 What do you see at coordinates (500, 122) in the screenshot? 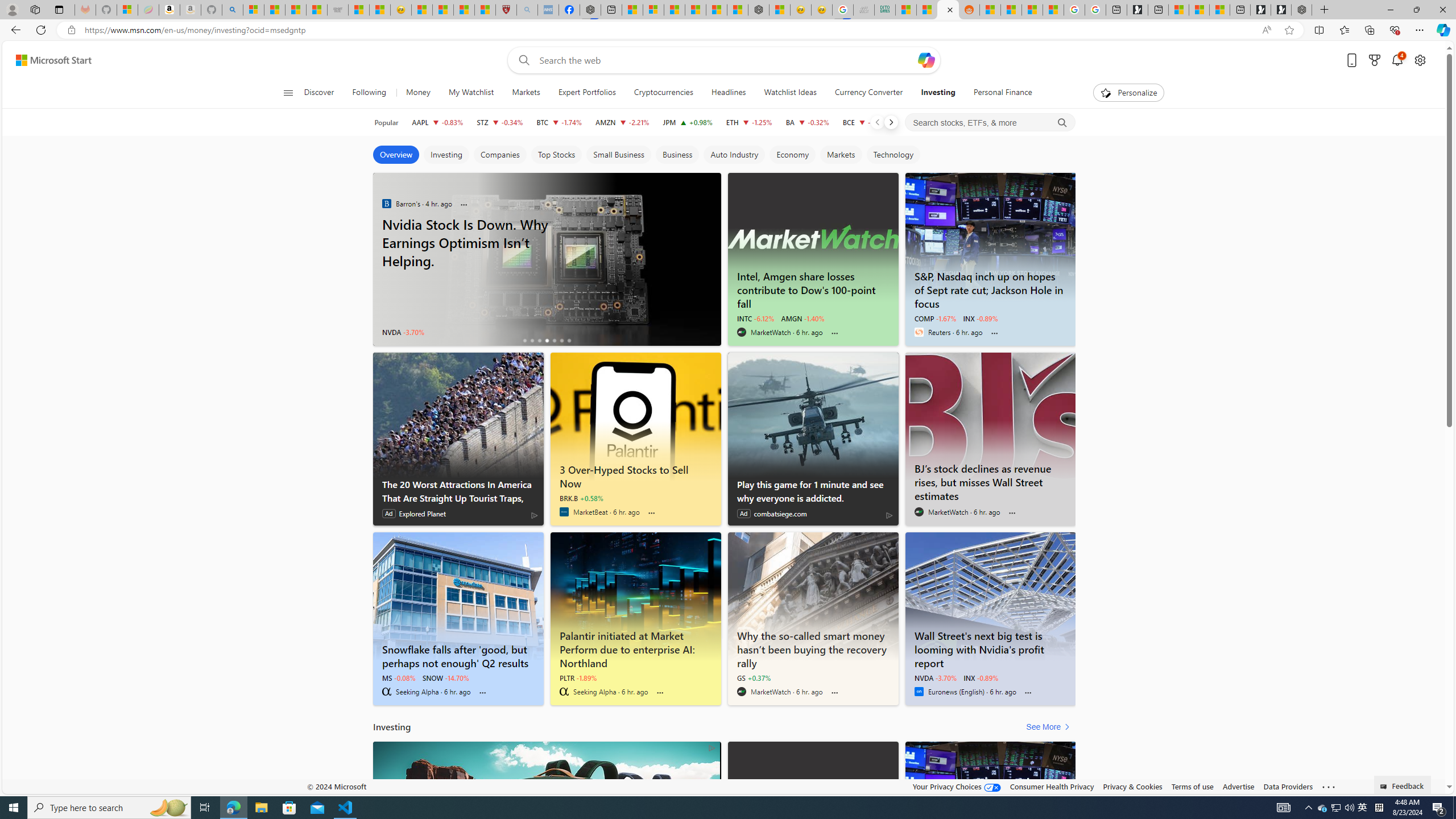
I see `'STZ CONSTELLATION BRANDS, INC. decrease 243.92 -0.82 -0.34%'` at bounding box center [500, 122].